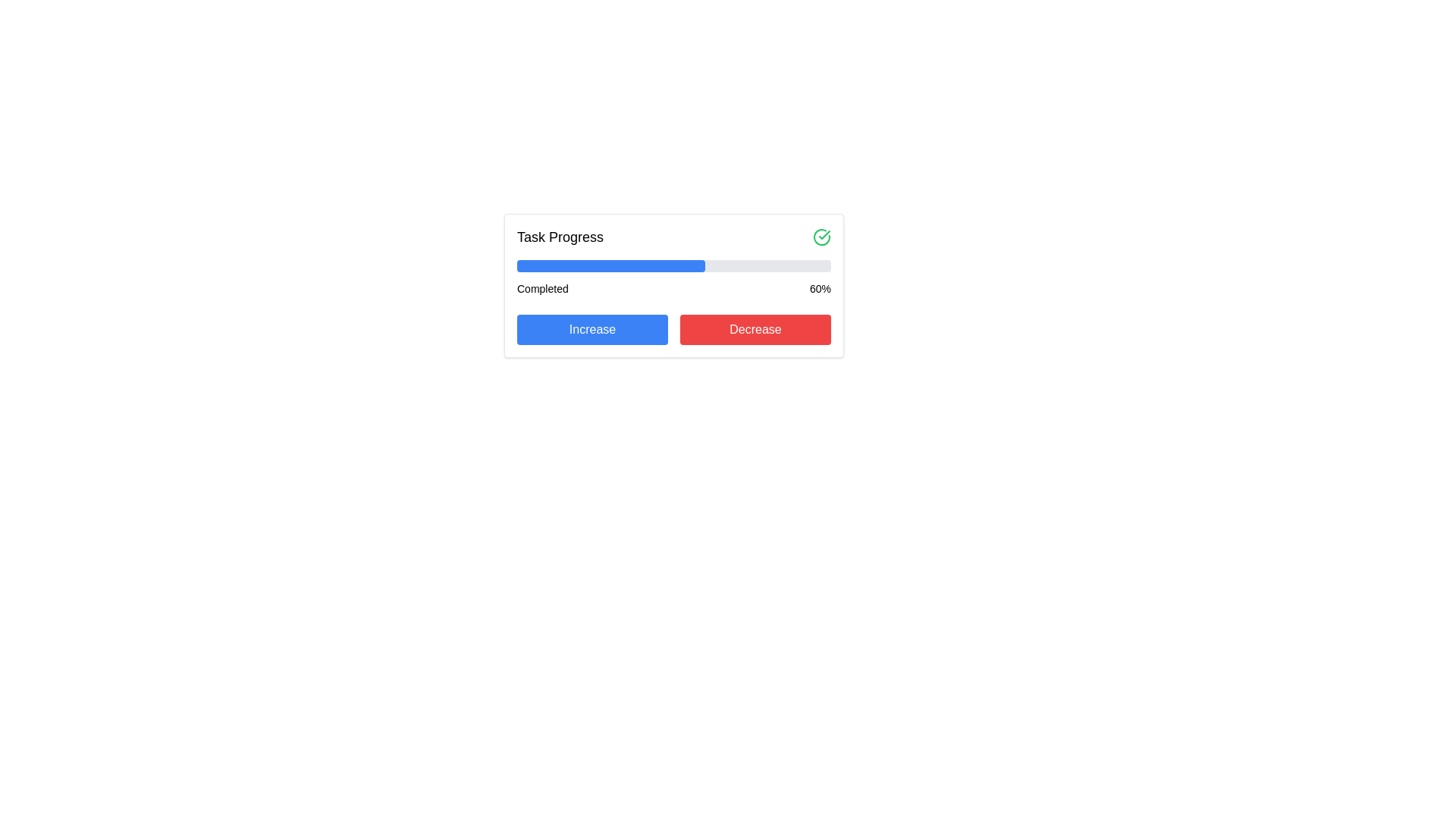  What do you see at coordinates (819, 289) in the screenshot?
I see `the text label displaying the progress value '60%' in bold font, located next to the 'Completed' label within the task-progress display` at bounding box center [819, 289].